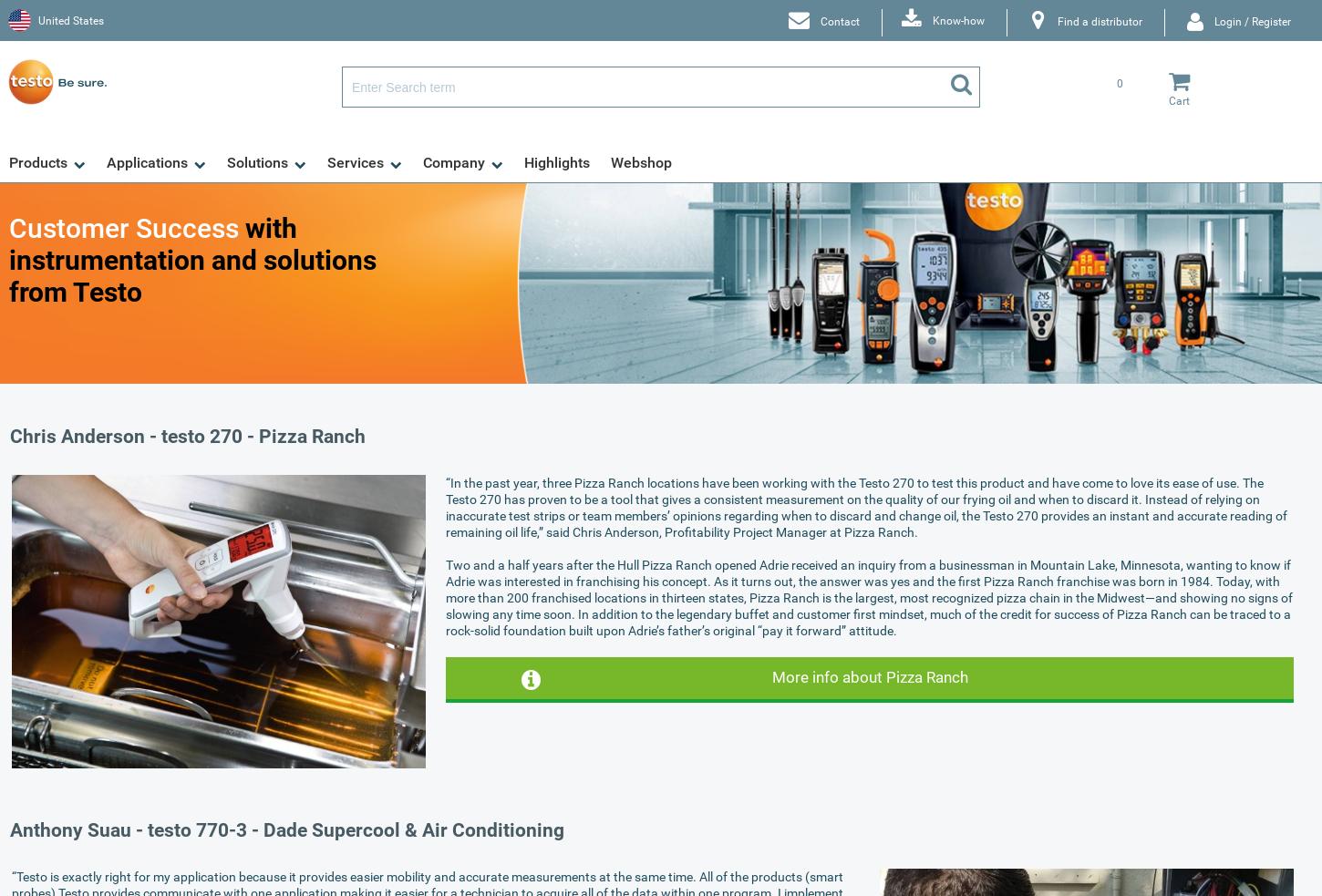 The image size is (1322, 896). I want to click on 'Services', so click(355, 162).